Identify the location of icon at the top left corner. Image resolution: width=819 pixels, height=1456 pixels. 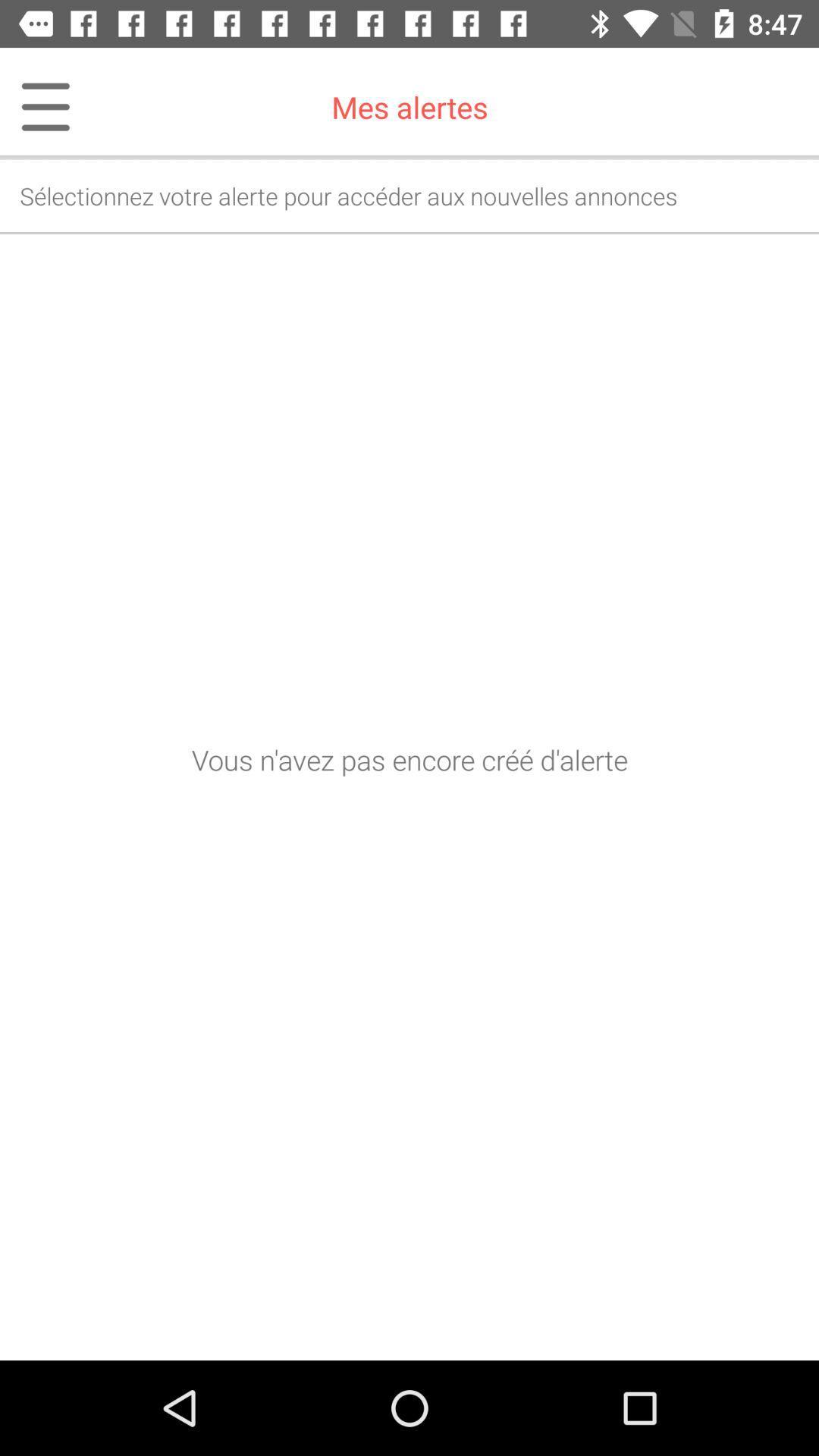
(35, 106).